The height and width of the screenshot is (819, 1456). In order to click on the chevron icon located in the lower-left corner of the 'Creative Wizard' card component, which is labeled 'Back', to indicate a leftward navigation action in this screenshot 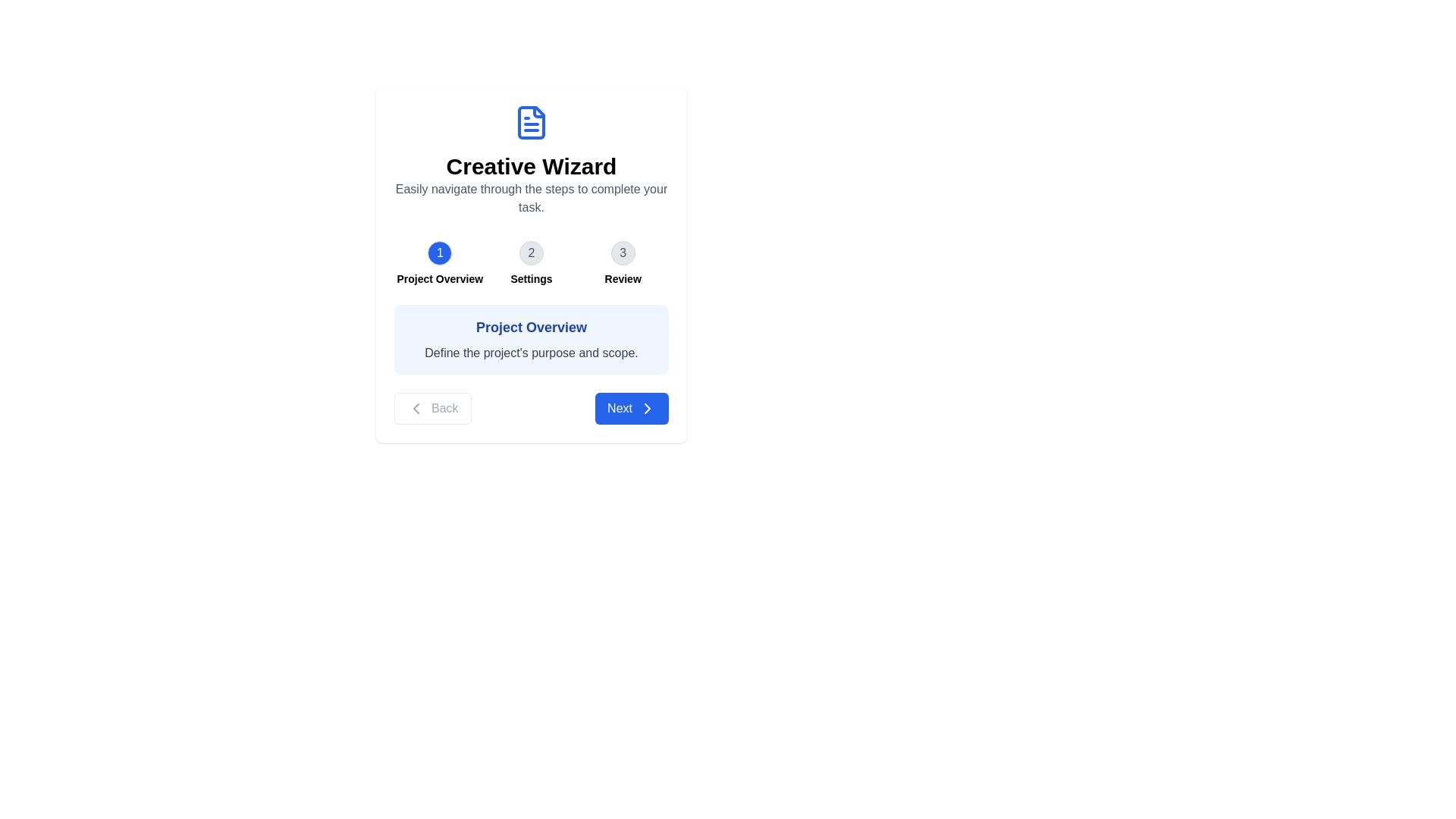, I will do `click(416, 408)`.